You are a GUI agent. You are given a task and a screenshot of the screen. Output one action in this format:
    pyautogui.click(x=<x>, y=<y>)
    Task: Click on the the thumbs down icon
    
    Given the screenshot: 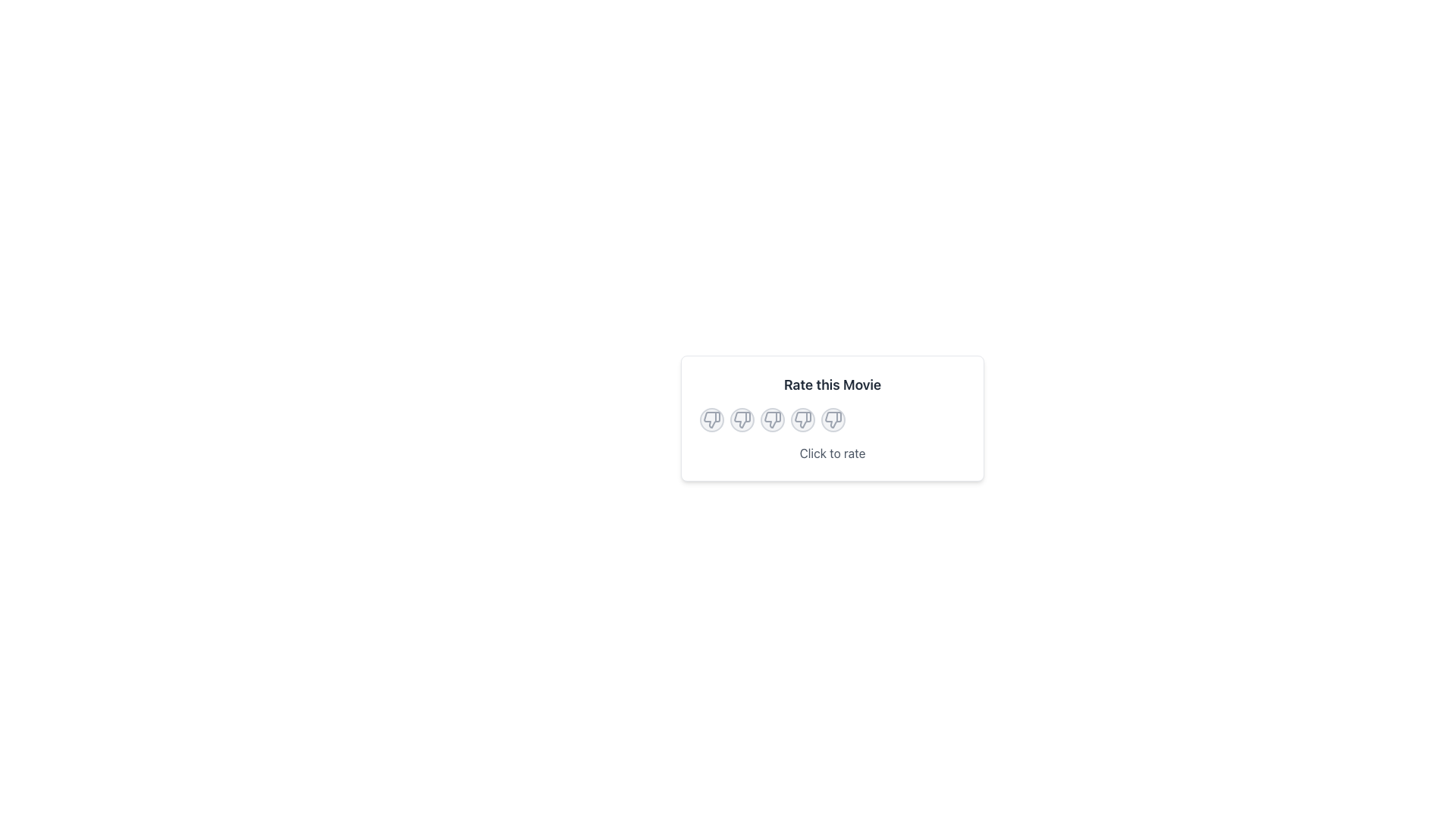 What is the action you would take?
    pyautogui.click(x=742, y=420)
    